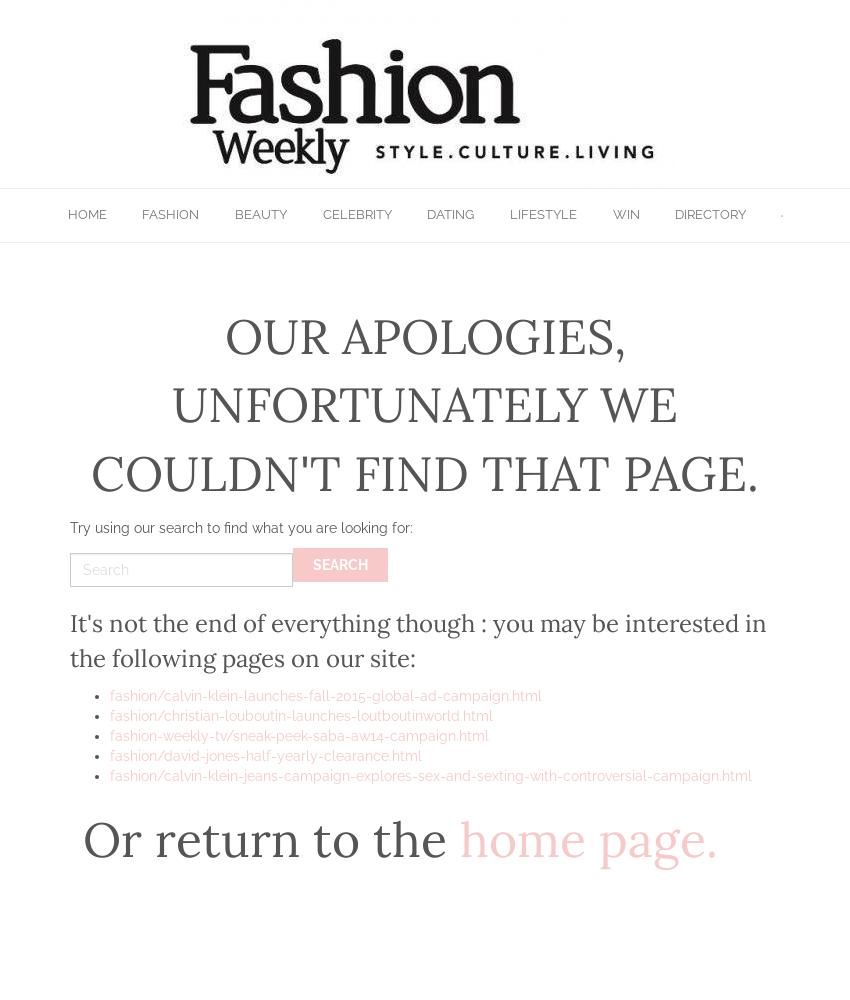 The image size is (850, 1000). I want to click on 'Celebrity', so click(355, 213).